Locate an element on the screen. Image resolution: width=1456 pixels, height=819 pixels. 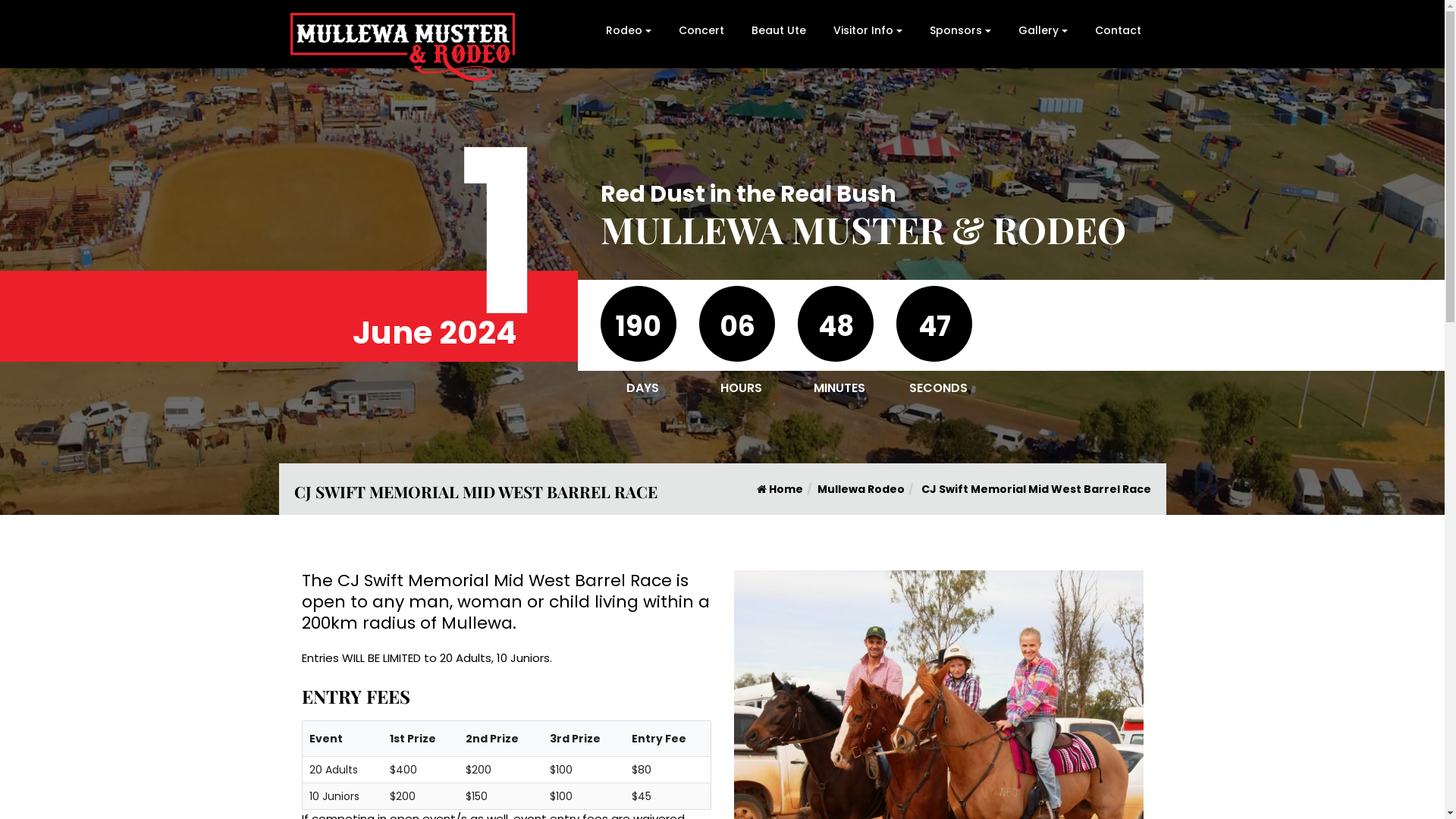
'Home' is located at coordinates (780, 488).